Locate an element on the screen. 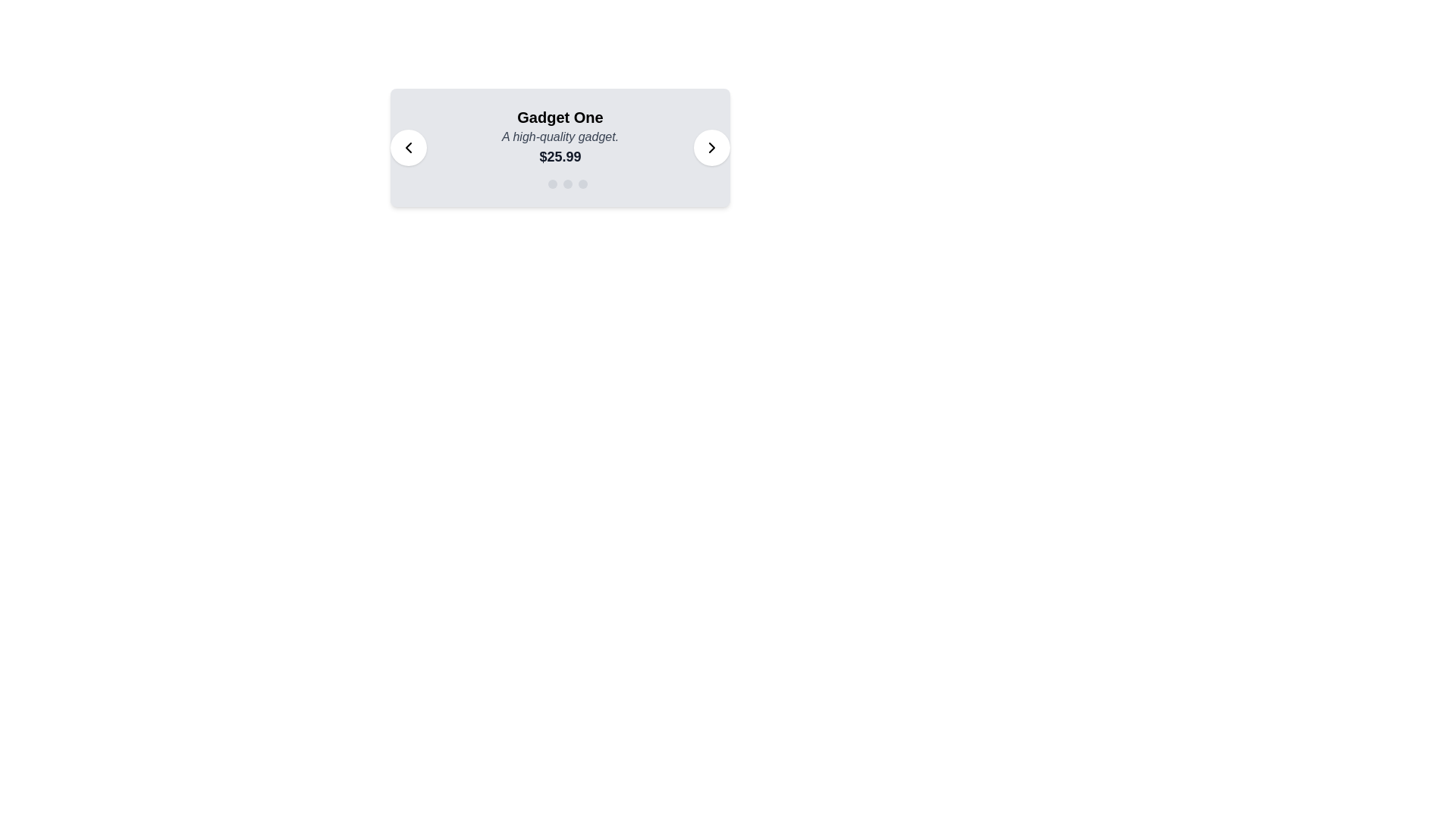  the left navigation Icon button to move to the previous item in the carousel is located at coordinates (408, 148).